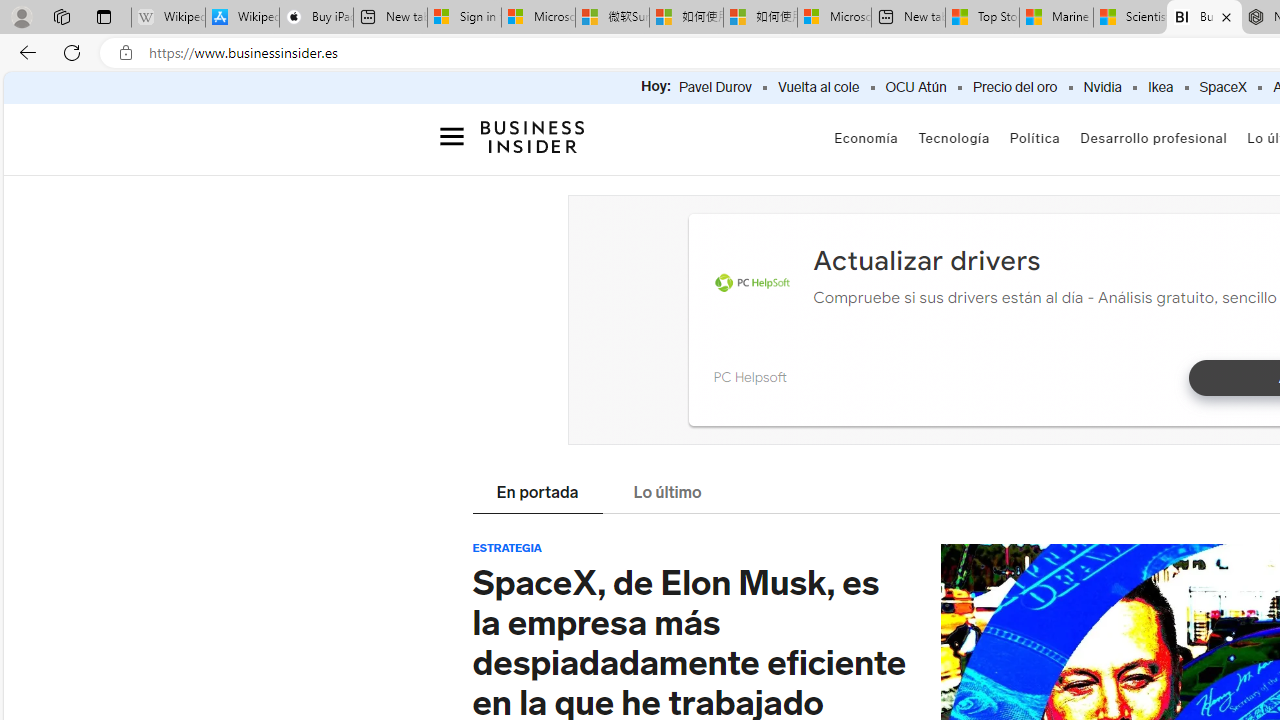  What do you see at coordinates (533, 135) in the screenshot?
I see `'Logo BusinessInsider.es'` at bounding box center [533, 135].